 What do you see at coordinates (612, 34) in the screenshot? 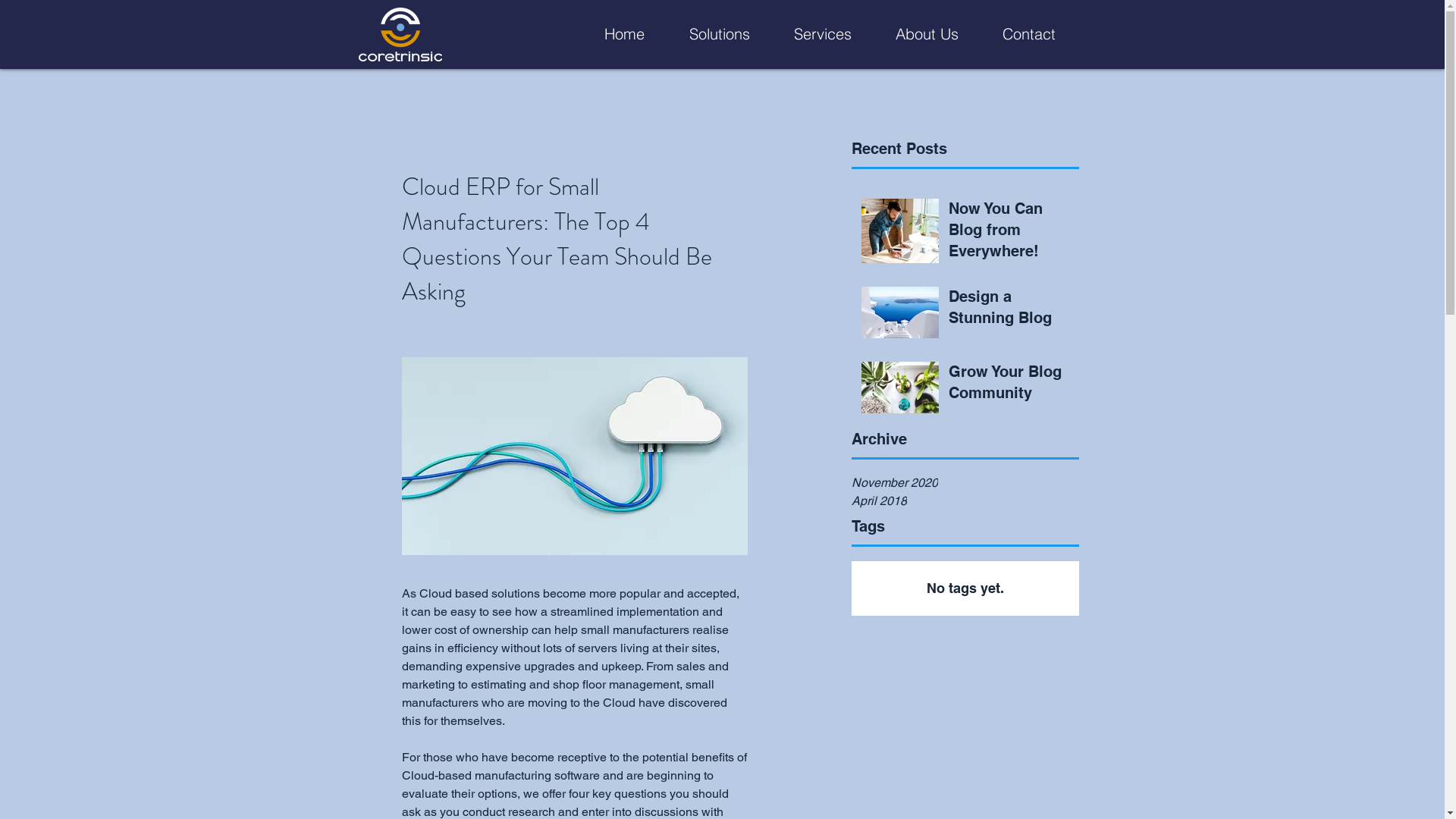
I see `'Home'` at bounding box center [612, 34].